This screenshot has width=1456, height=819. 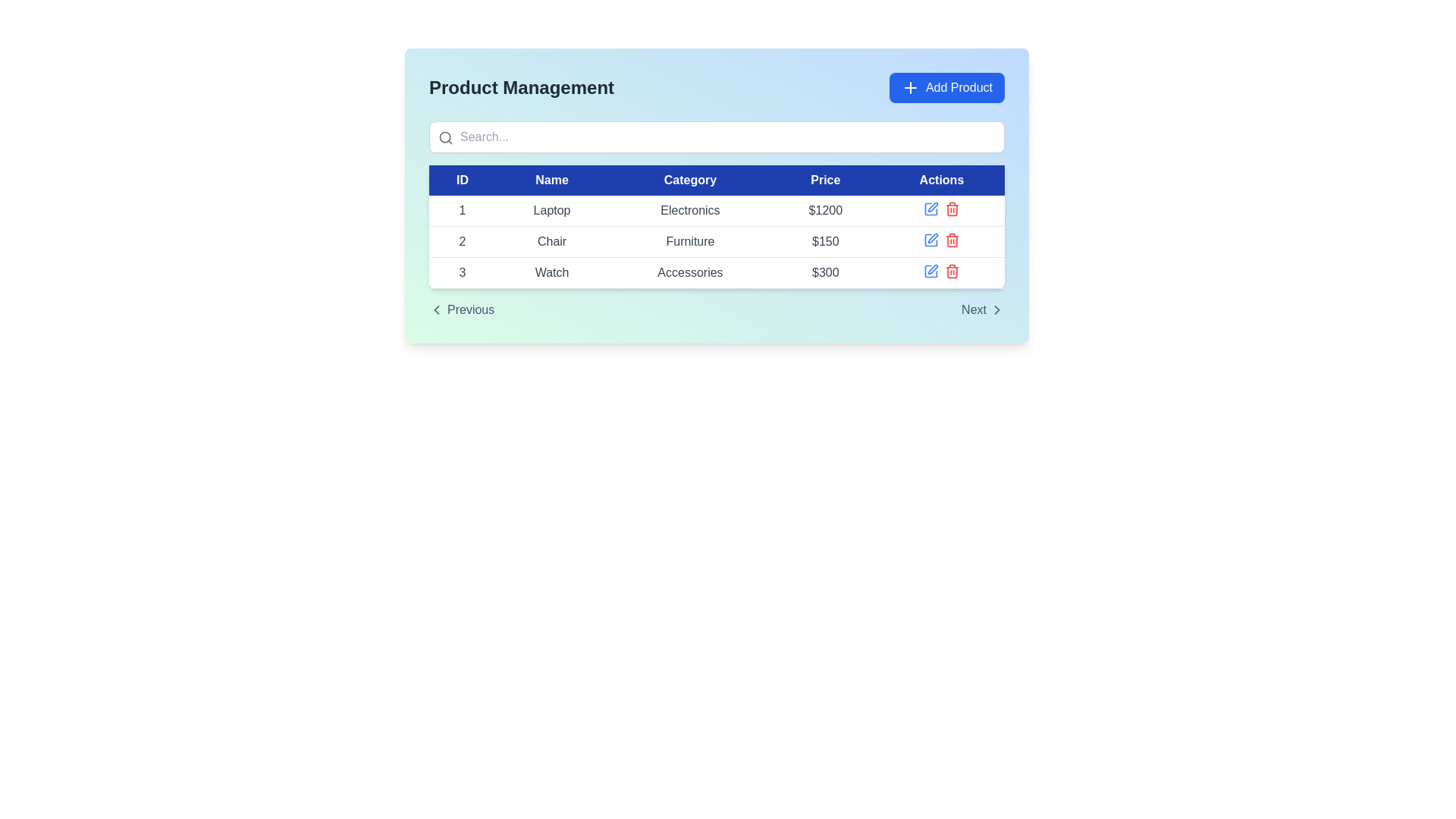 What do you see at coordinates (930, 209) in the screenshot?
I see `the edit icon graphic within the button` at bounding box center [930, 209].